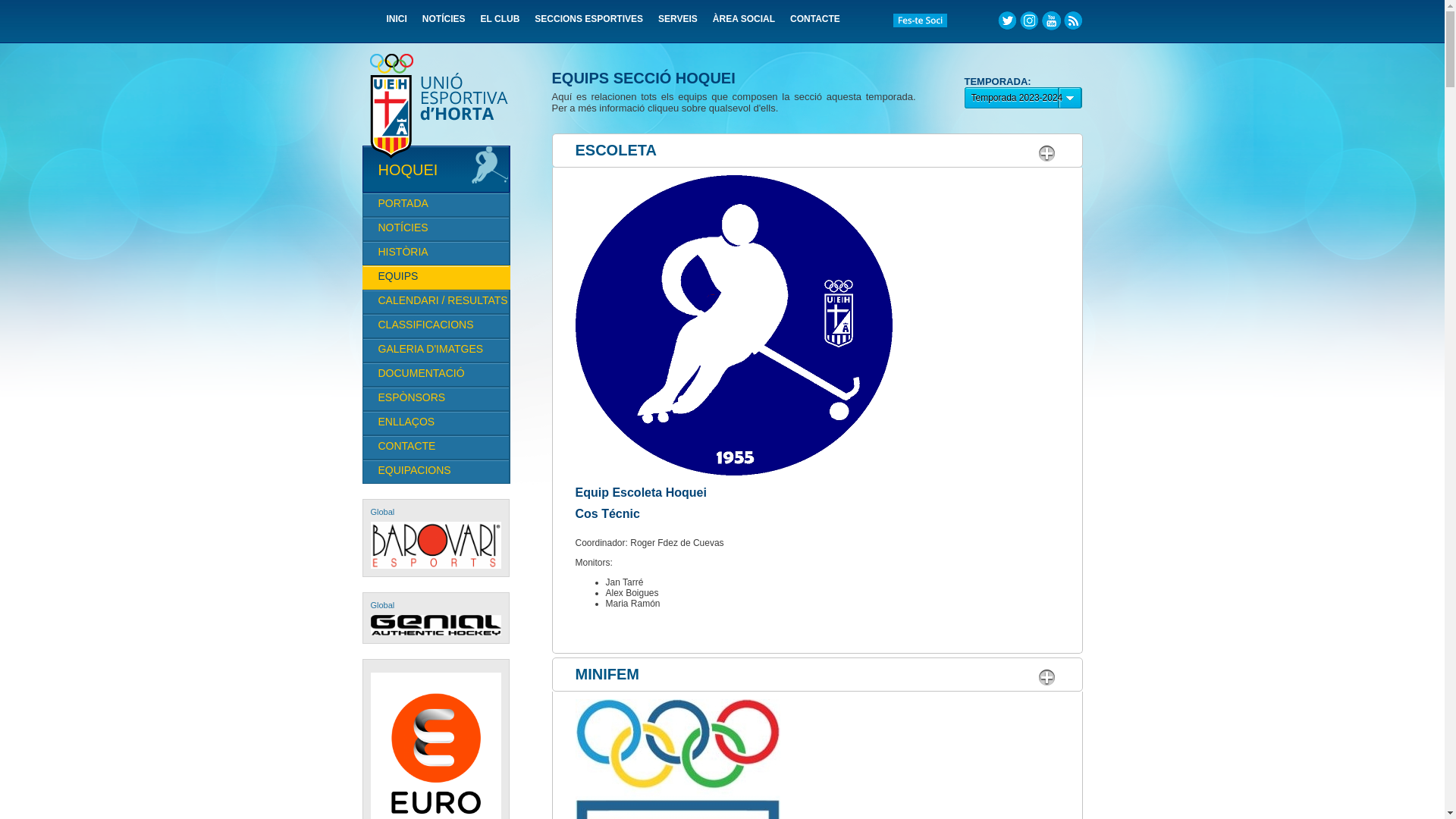 The width and height of the screenshot is (1456, 819). What do you see at coordinates (397, 24) in the screenshot?
I see `'INICI'` at bounding box center [397, 24].